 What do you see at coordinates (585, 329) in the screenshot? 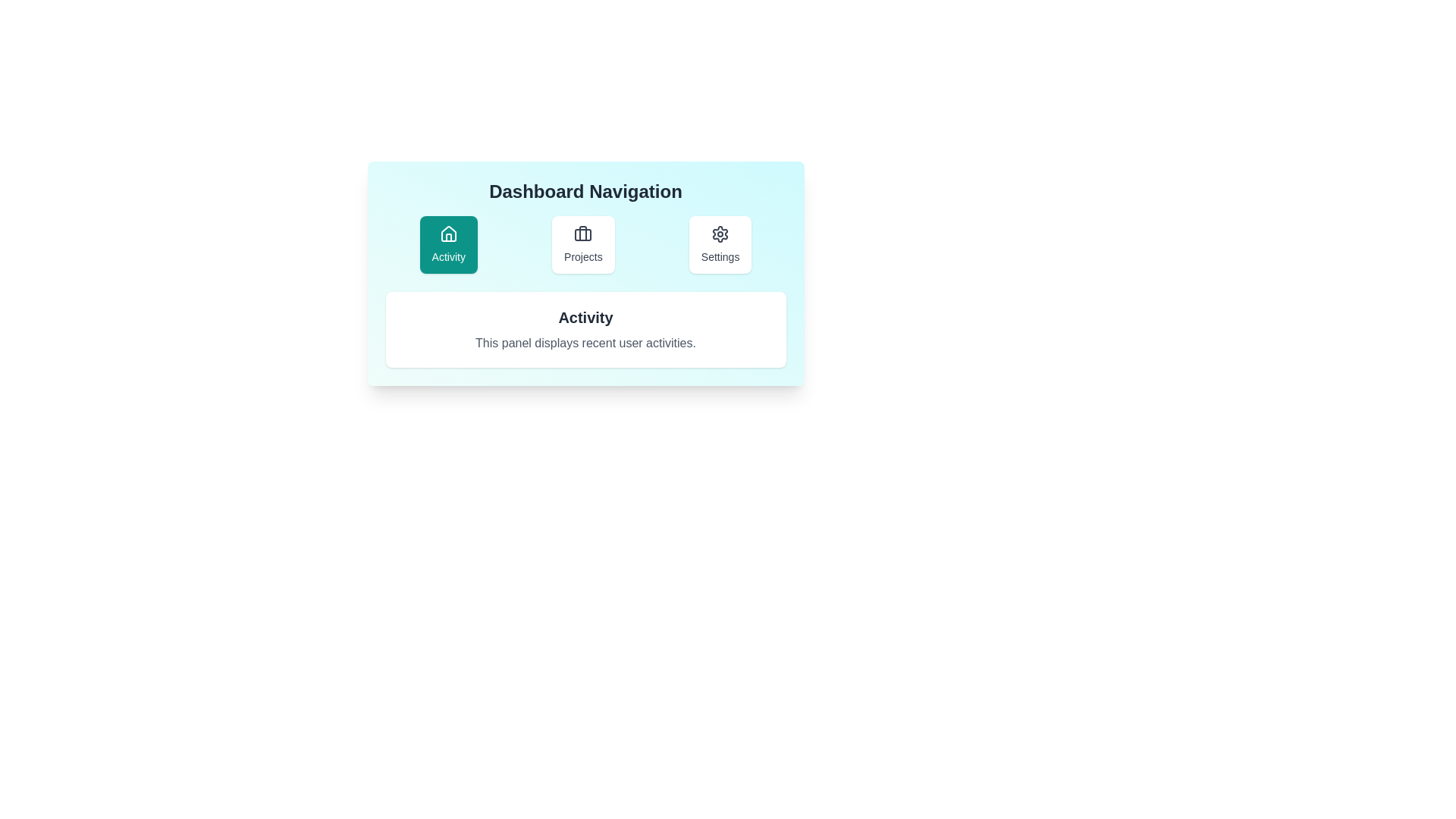
I see `the informational panel displaying a white background with rounded corners, featuring a bold 'Activity' heading and a smaller line of text about recent user activities` at bounding box center [585, 329].